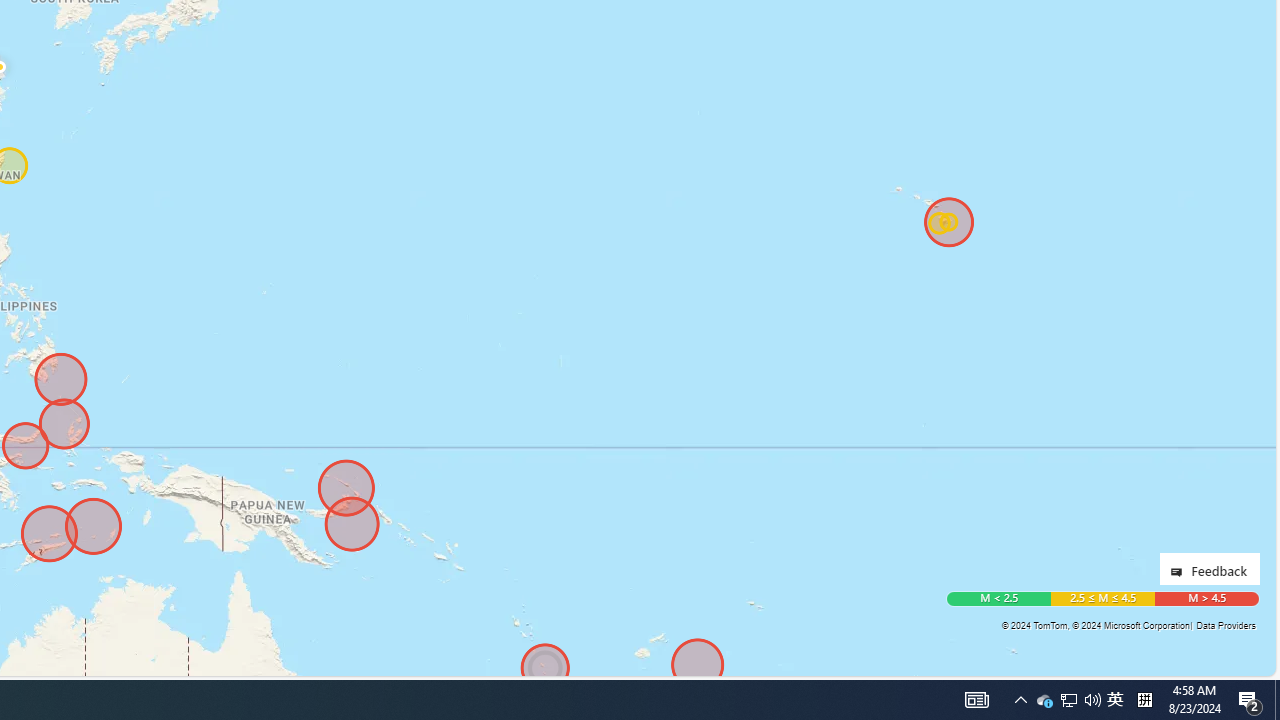 This screenshot has width=1280, height=720. Describe the element at coordinates (1208, 568) in the screenshot. I see `'Feedback'` at that location.